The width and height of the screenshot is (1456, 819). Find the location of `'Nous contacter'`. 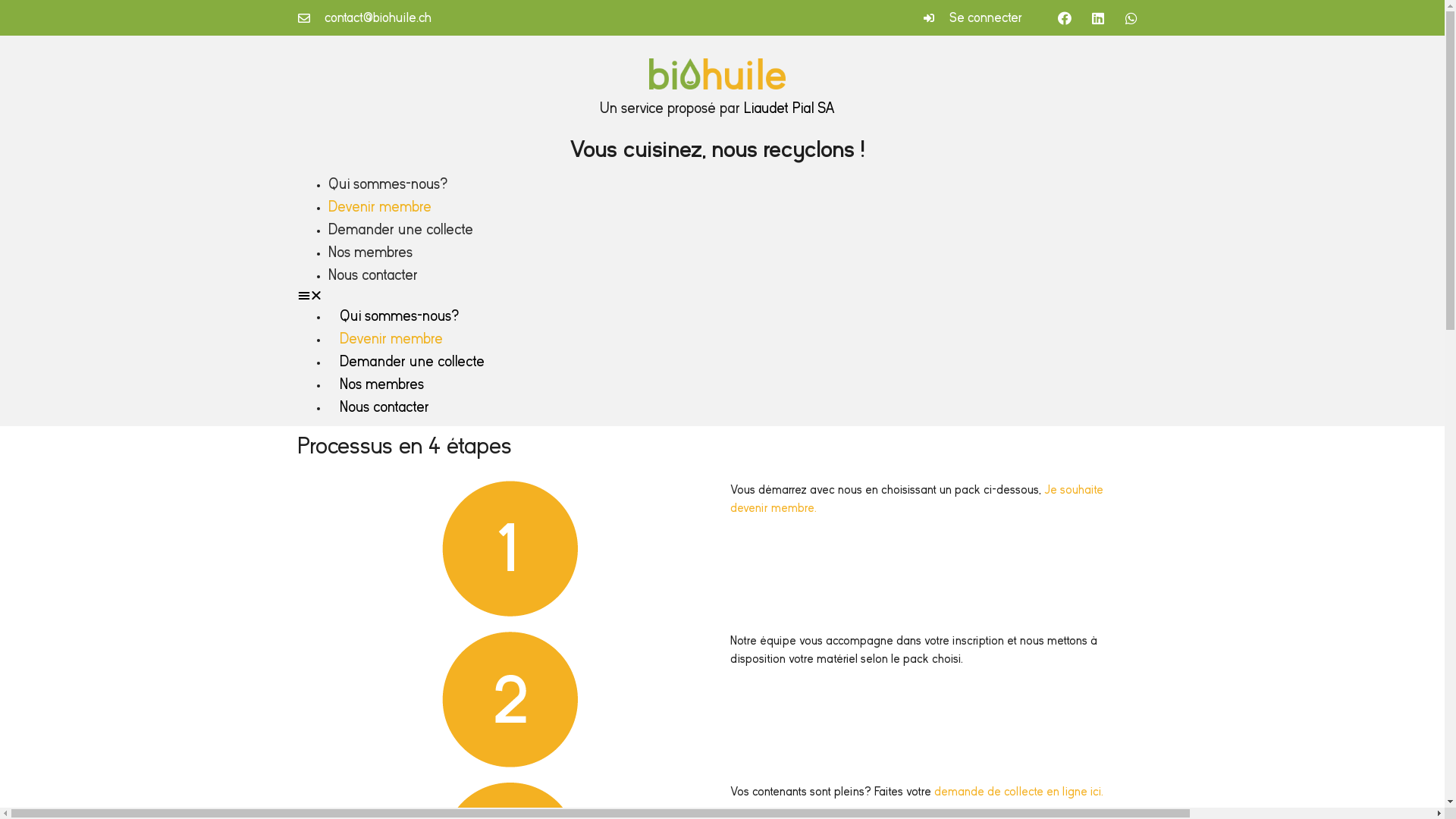

'Nous contacter' is located at coordinates (383, 406).